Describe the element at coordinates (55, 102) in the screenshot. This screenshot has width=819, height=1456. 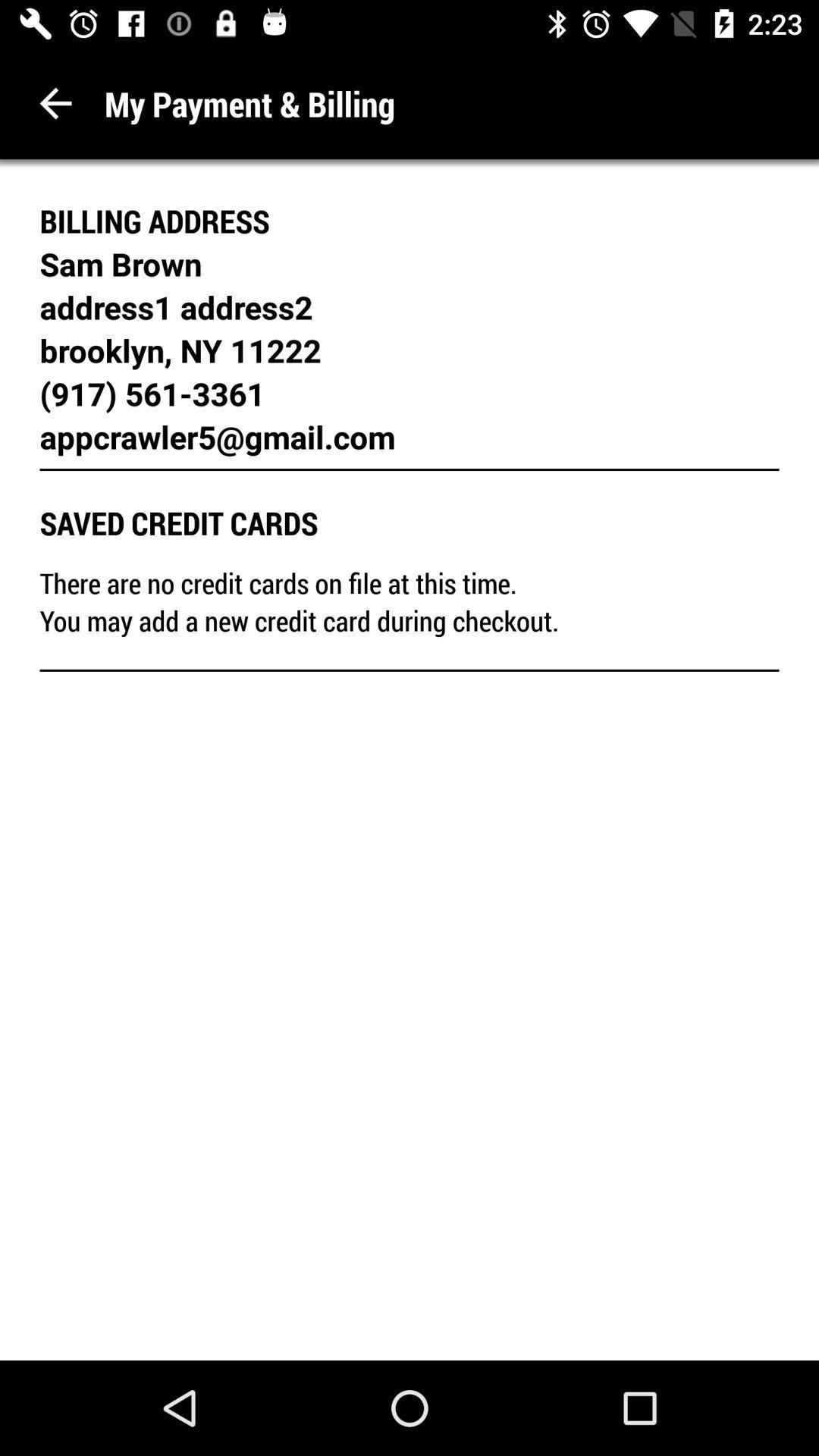
I see `go back` at that location.